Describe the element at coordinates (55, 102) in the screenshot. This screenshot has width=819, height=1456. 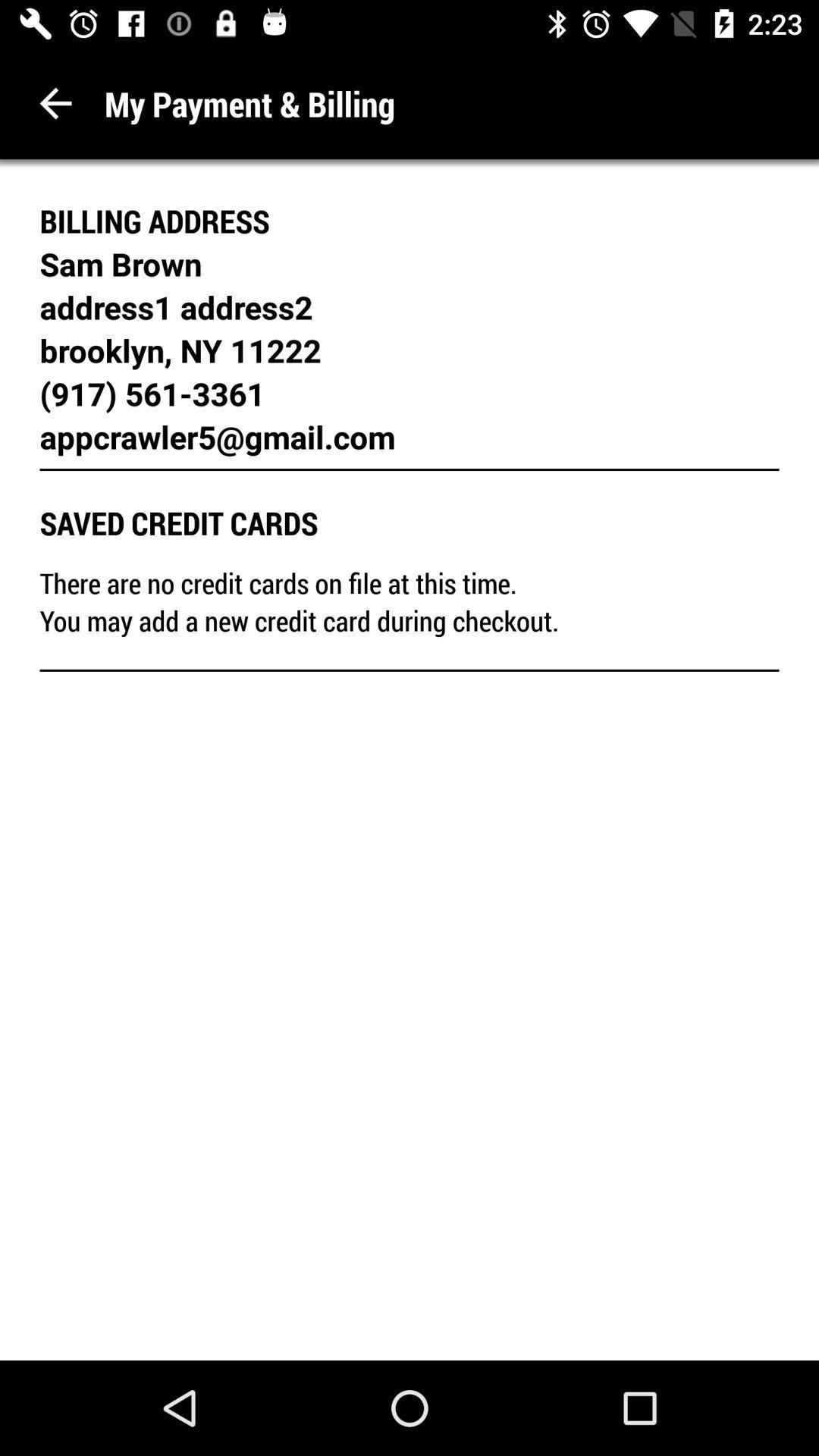
I see `go back` at that location.